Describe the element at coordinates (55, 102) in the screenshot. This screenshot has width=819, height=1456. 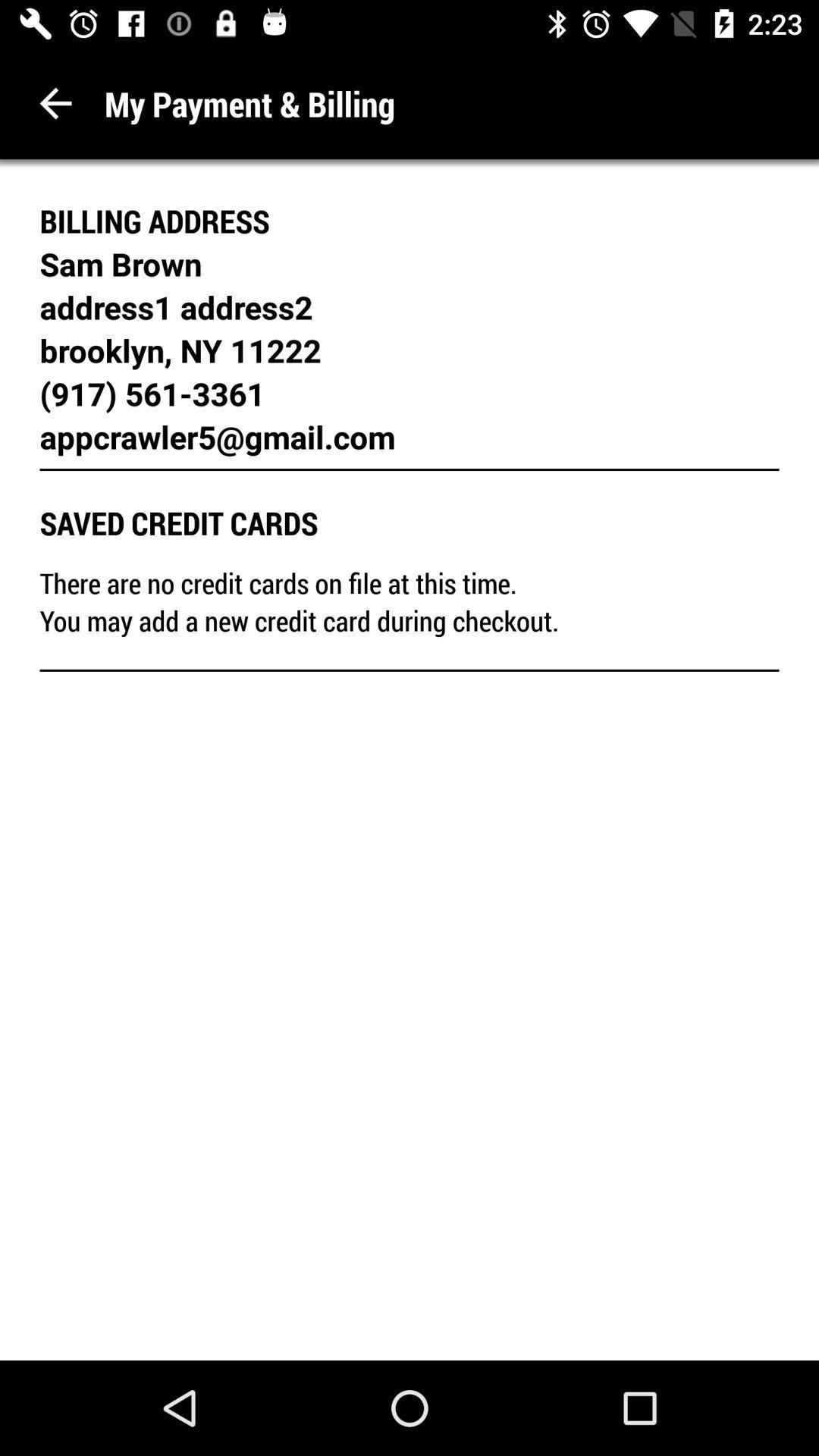
I see `go back` at that location.